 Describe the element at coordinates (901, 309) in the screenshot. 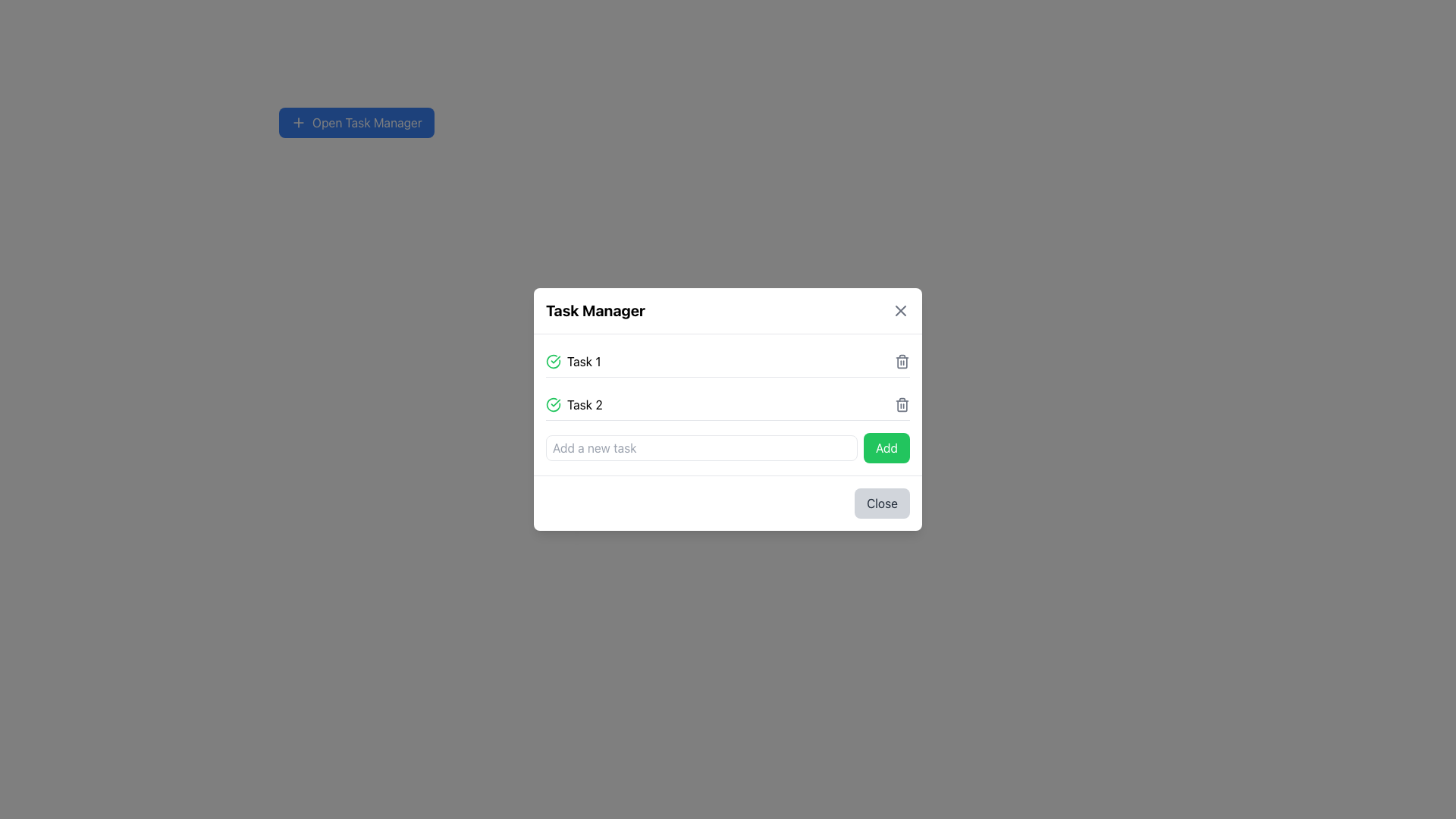

I see `the red-bordered, grey-colored 'X' close button located in the top-right corner of the 'Task Manager' modal dialog to change its color to red` at that location.